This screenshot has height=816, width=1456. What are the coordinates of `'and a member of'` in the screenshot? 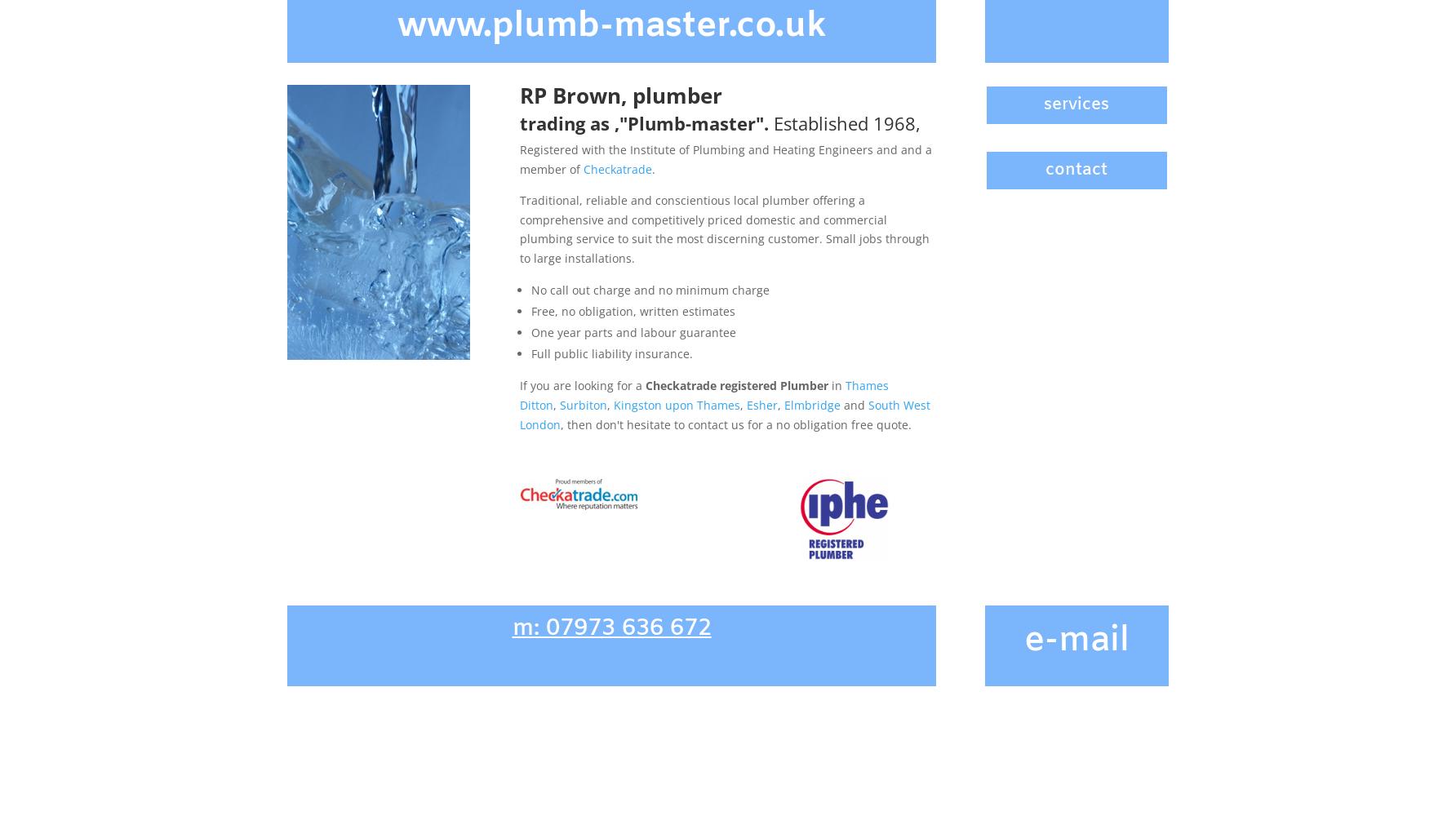 It's located at (724, 158).